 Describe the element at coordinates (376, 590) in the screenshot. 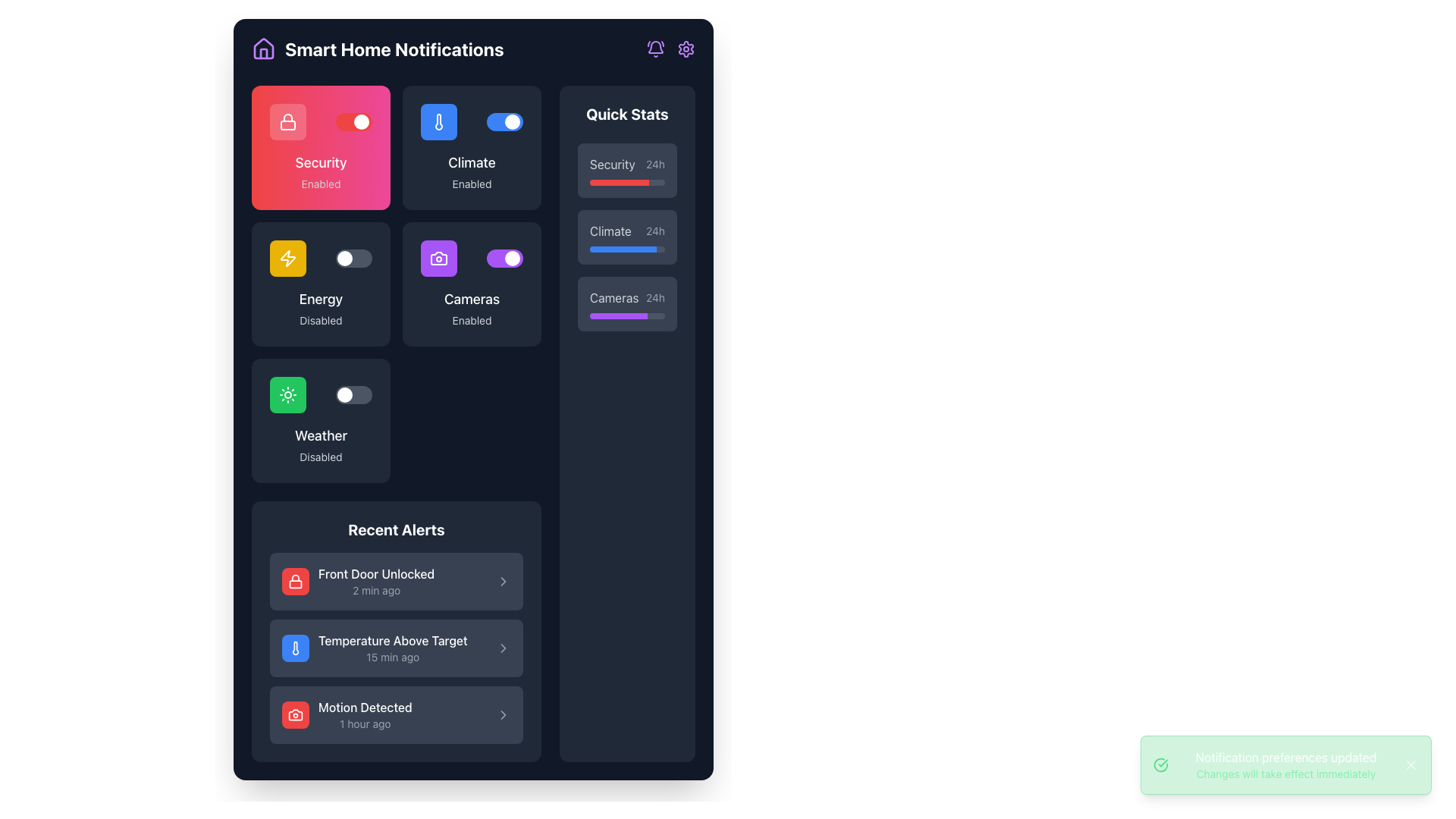

I see `the label displaying '2 min ago', which is positioned below 'Front Door Unlocked' in the 'Recent Alerts' section` at that location.